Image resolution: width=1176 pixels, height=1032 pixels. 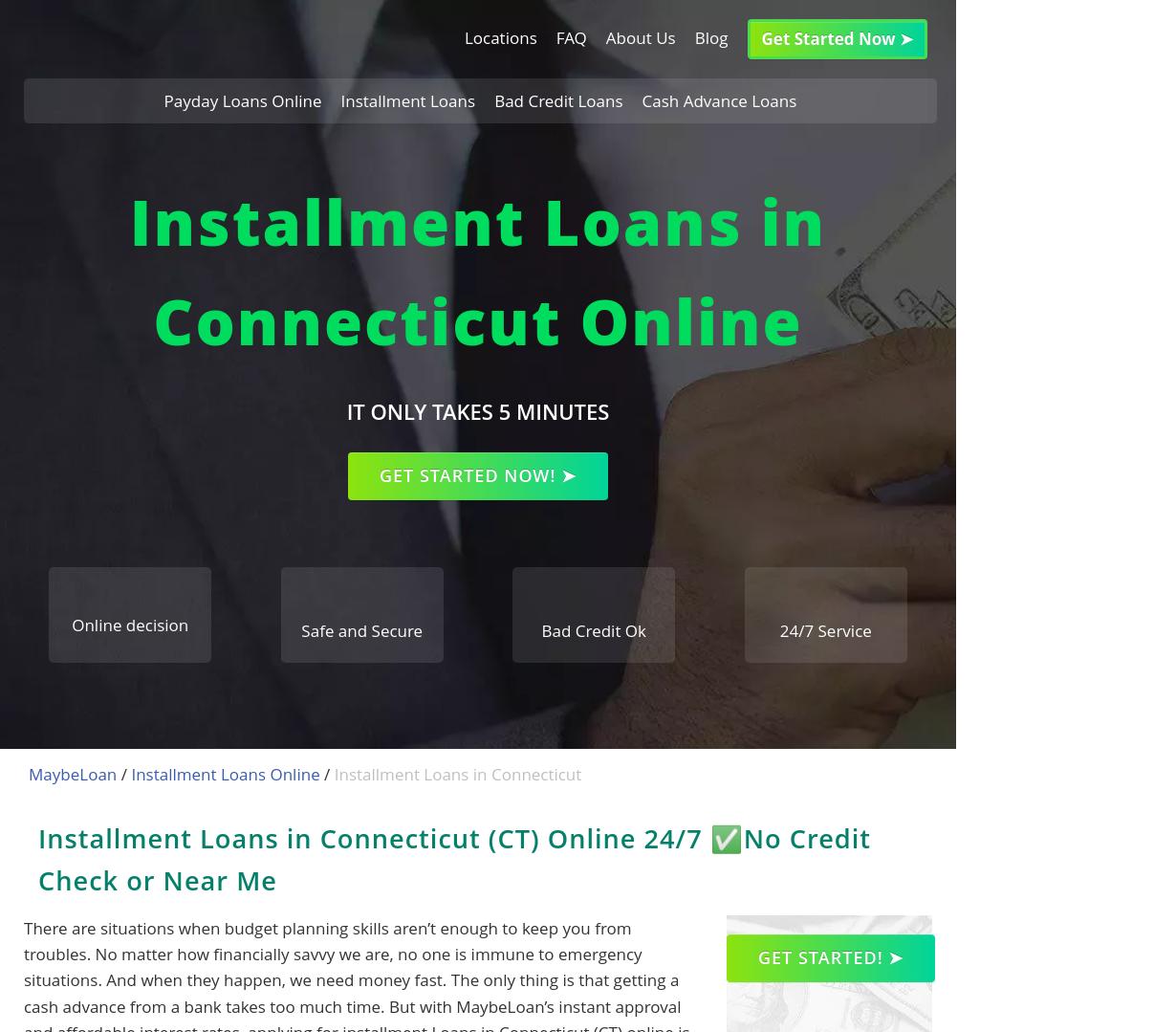 I want to click on 'About Us', so click(x=640, y=36).